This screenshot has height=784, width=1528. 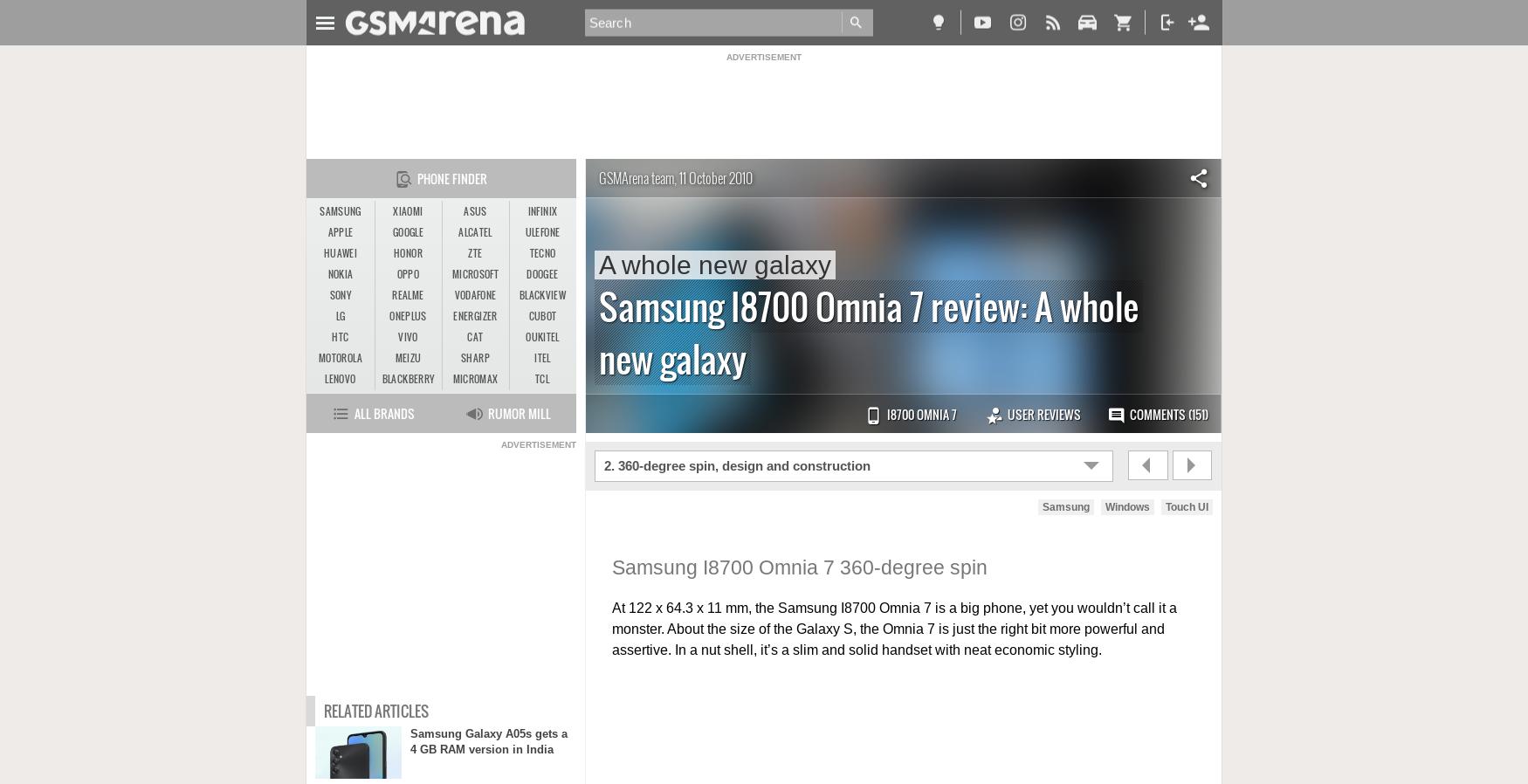 I want to click on 'Xiaomi', so click(x=408, y=211).